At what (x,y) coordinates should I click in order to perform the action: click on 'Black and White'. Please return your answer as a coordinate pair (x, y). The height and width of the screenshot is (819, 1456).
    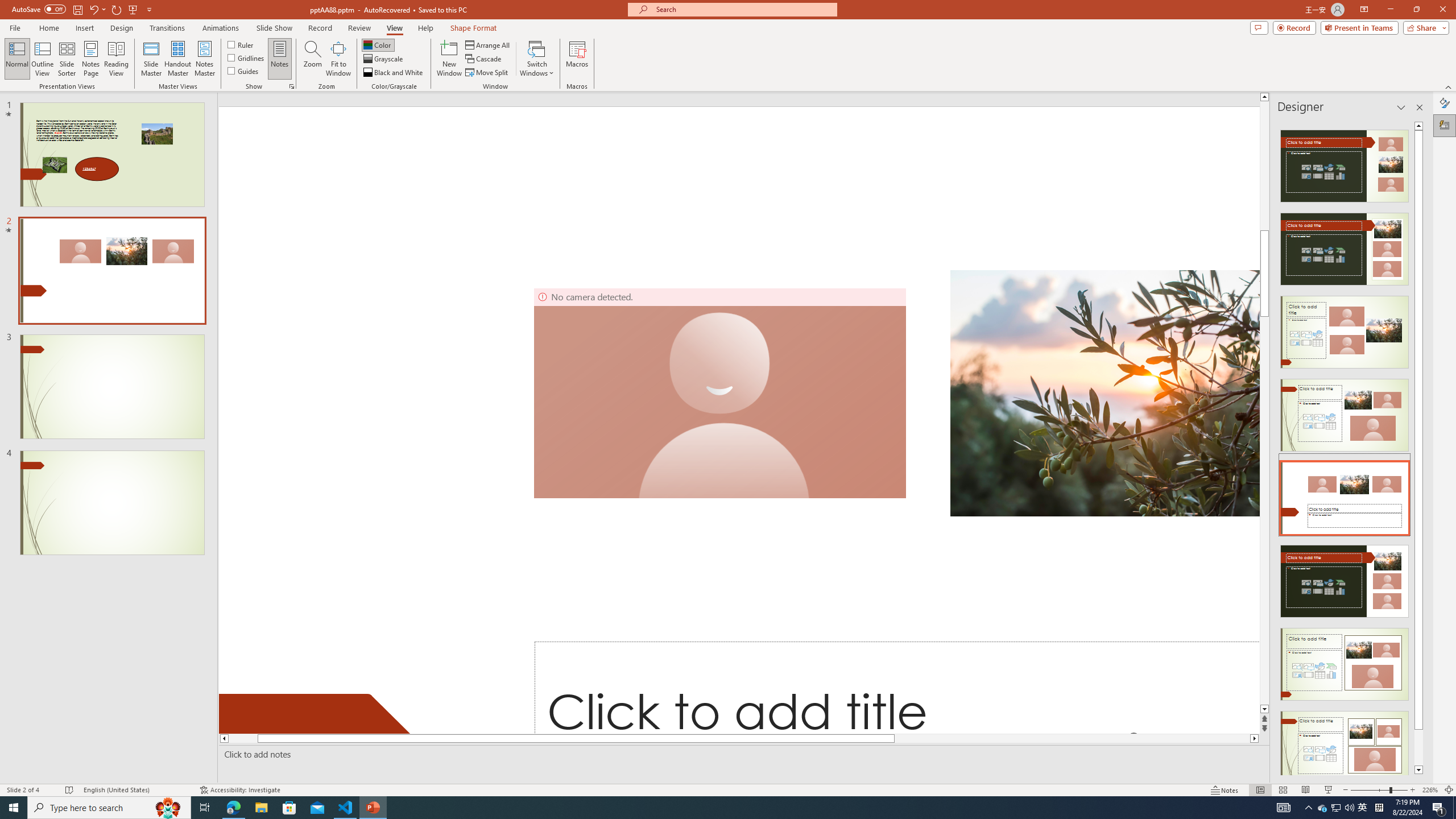
    Looking at the image, I should click on (394, 72).